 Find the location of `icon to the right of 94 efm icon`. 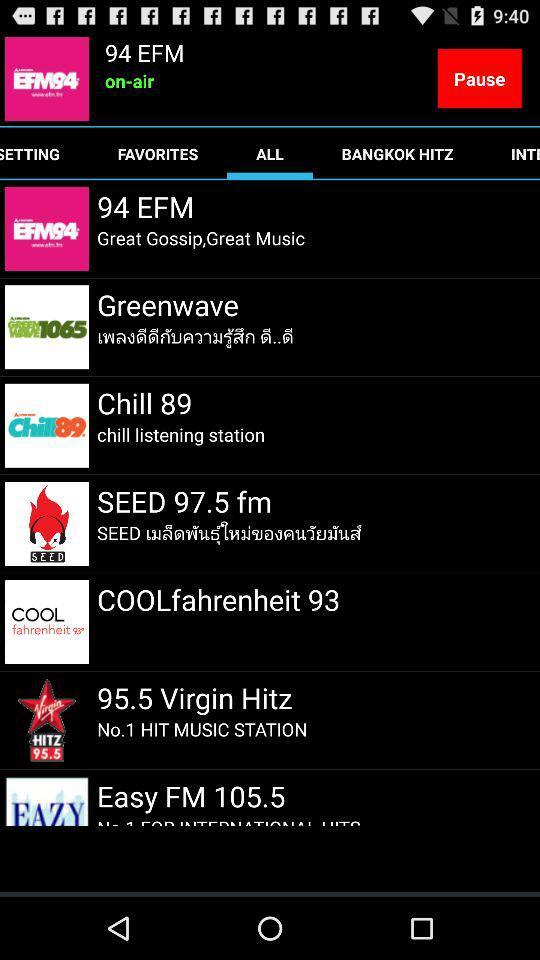

icon to the right of 94 efm icon is located at coordinates (478, 78).